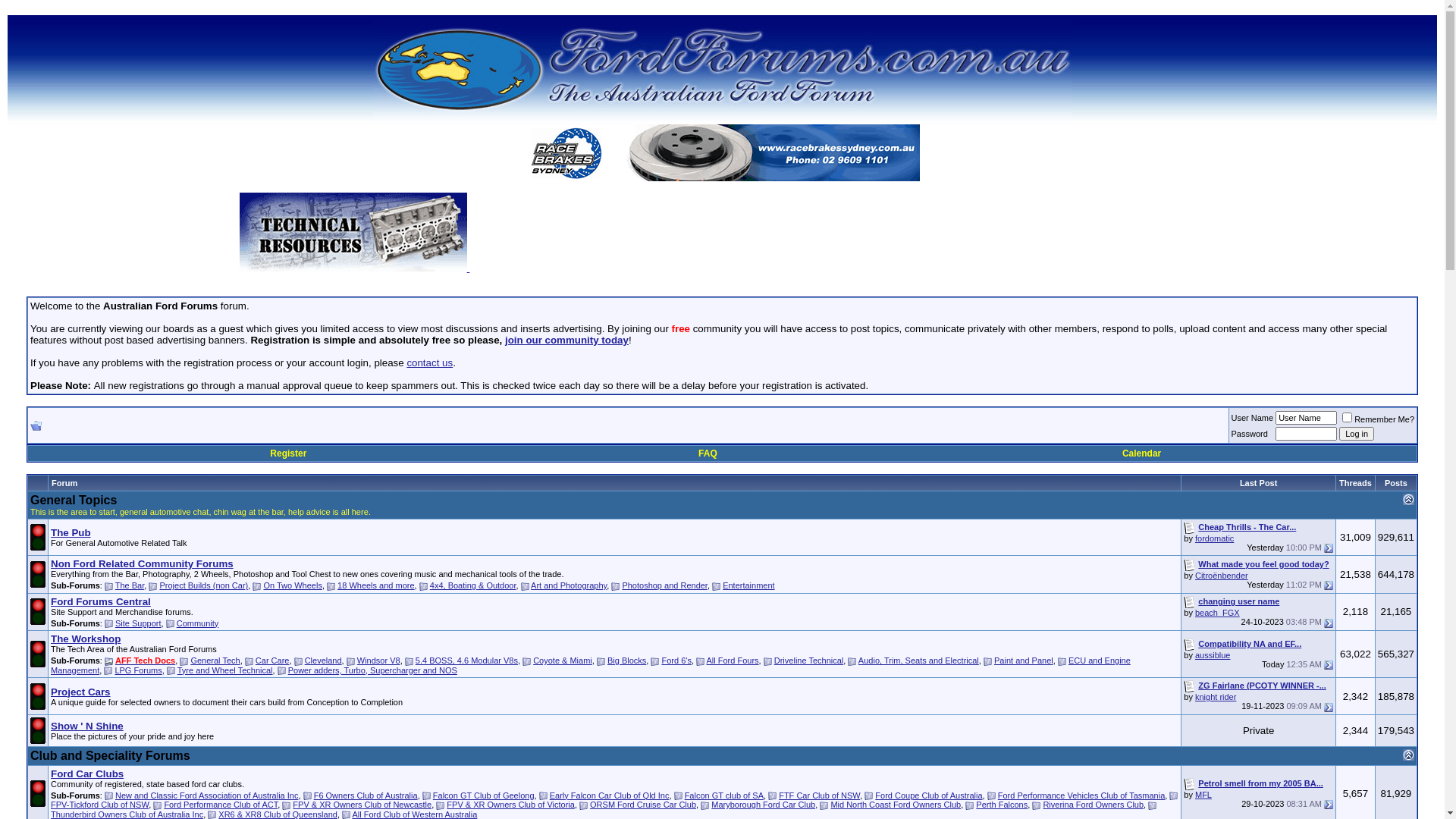  What do you see at coordinates (472, 584) in the screenshot?
I see `'4x4, Boating & Outdoor'` at bounding box center [472, 584].